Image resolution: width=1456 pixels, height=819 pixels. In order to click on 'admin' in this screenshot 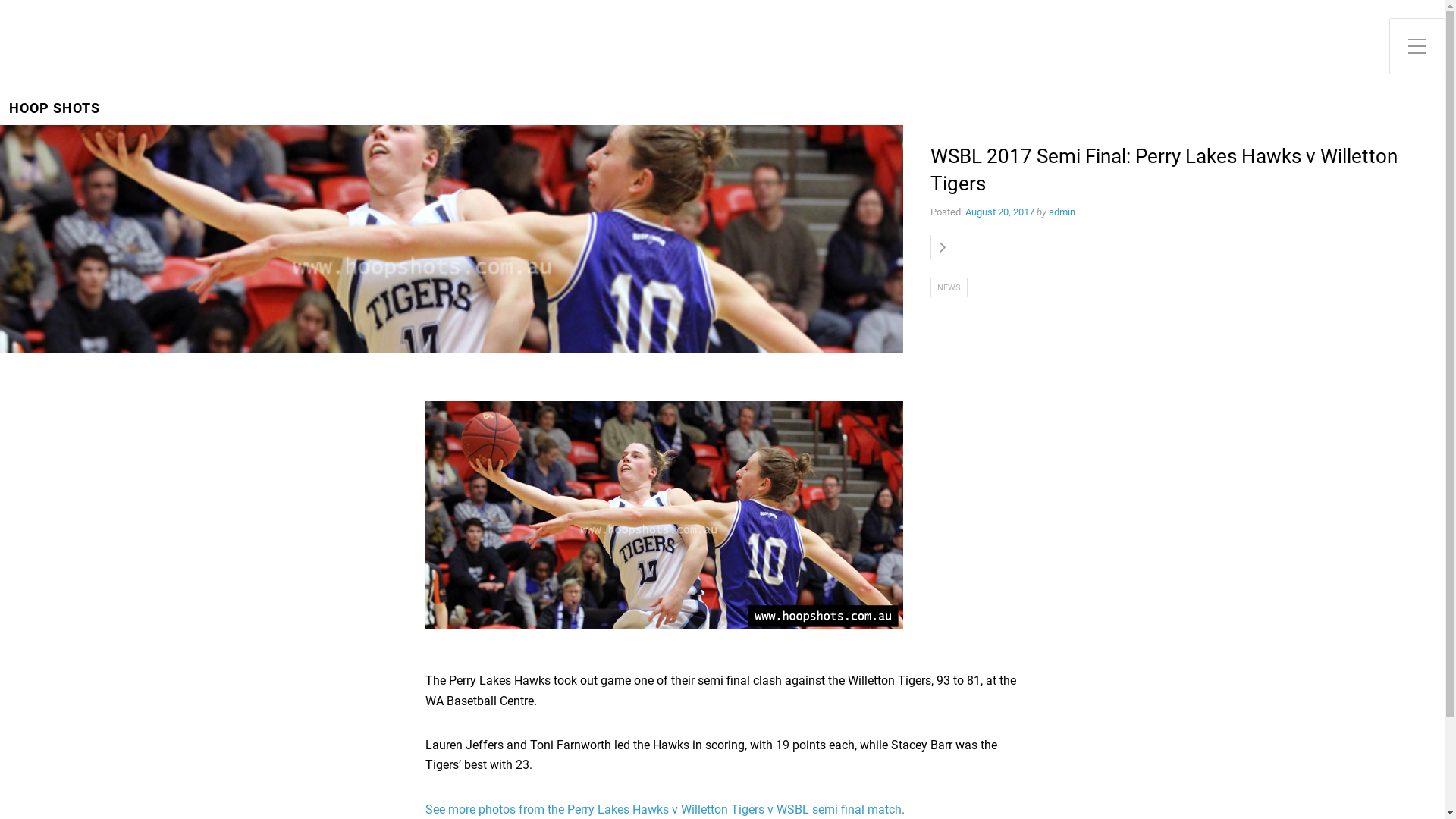, I will do `click(1061, 212)`.